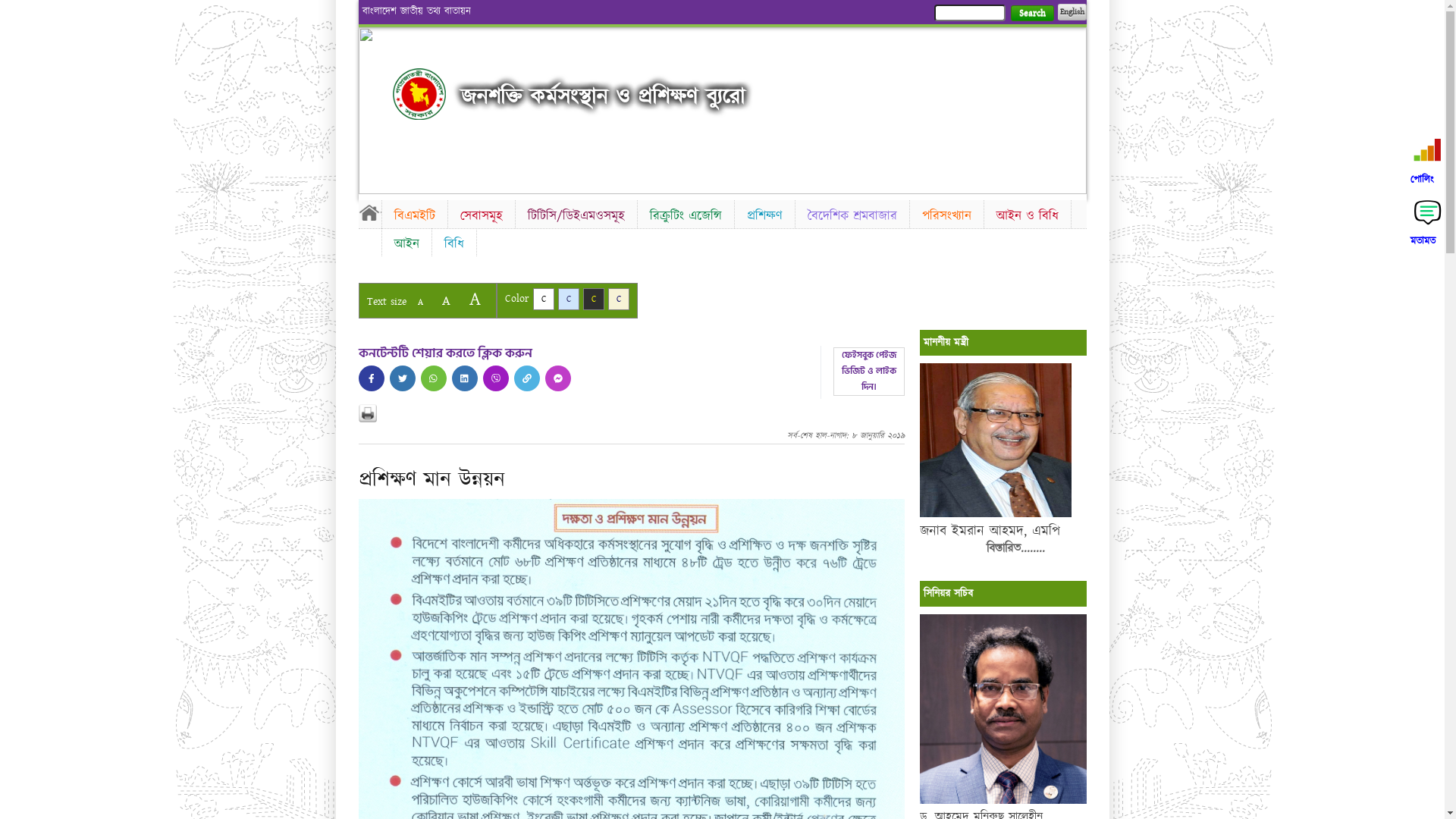  Describe the element at coordinates (409, 302) in the screenshot. I see `'A'` at that location.